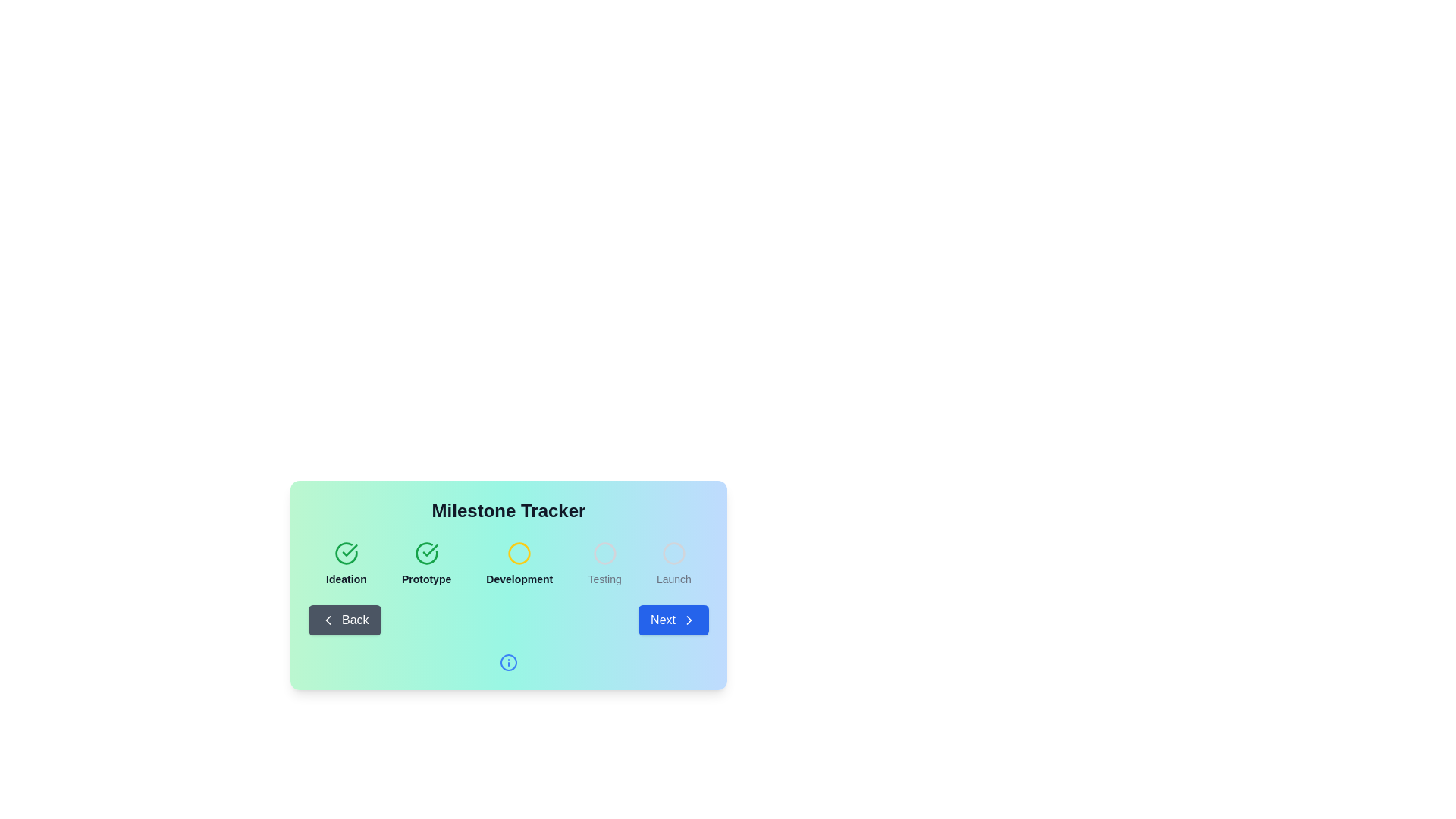 Image resolution: width=1456 pixels, height=819 pixels. What do you see at coordinates (509, 662) in the screenshot?
I see `the circular element located centrally in the lower section of the milestone tracker interface box, which serves as a structural or decorative part of the icon` at bounding box center [509, 662].